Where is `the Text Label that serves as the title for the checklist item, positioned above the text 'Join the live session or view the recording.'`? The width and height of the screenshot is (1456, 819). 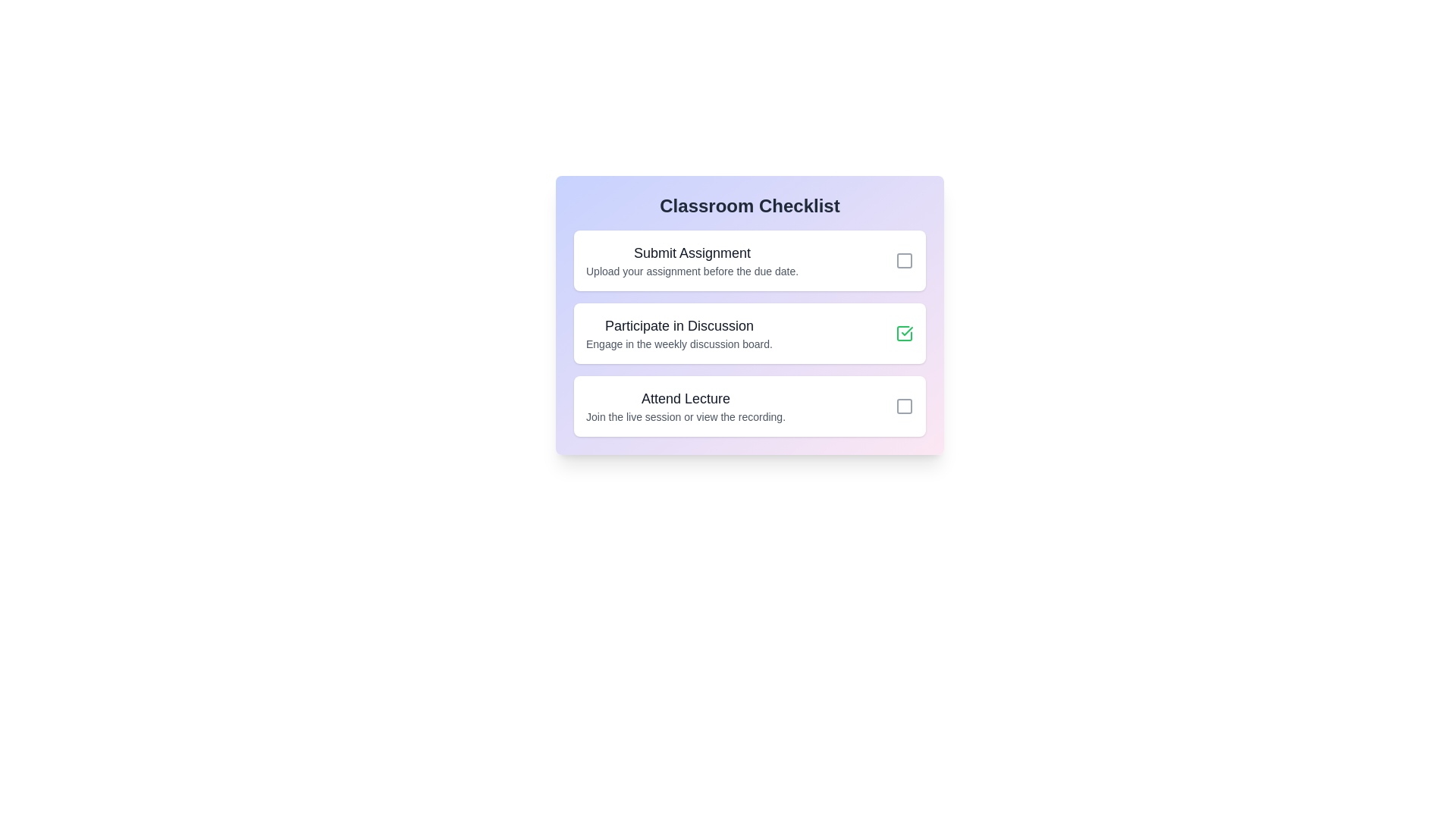
the Text Label that serves as the title for the checklist item, positioned above the text 'Join the live session or view the recording.' is located at coordinates (685, 397).